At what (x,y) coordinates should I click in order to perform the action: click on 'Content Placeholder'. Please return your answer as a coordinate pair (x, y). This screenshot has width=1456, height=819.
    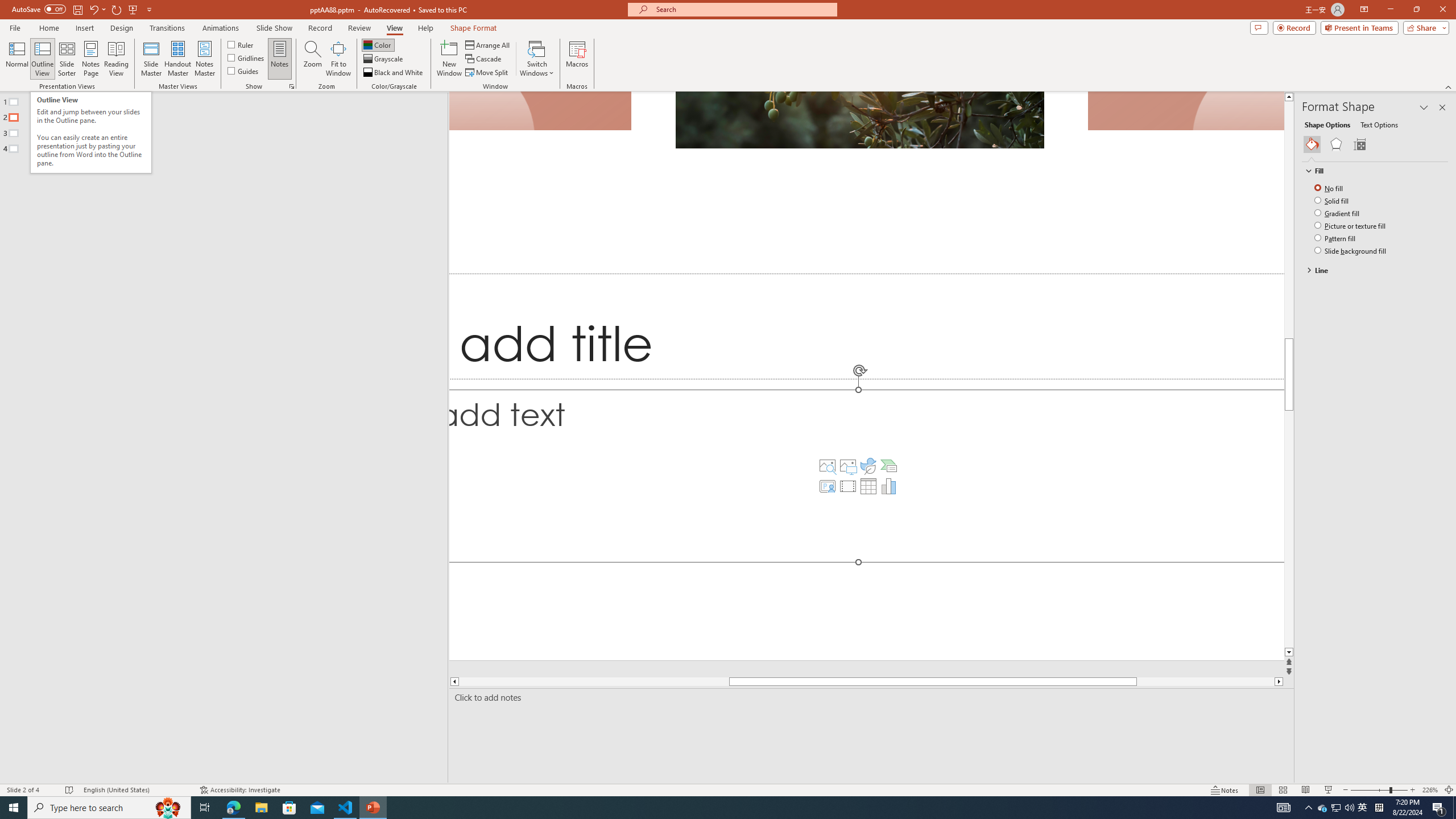
    Looking at the image, I should click on (867, 475).